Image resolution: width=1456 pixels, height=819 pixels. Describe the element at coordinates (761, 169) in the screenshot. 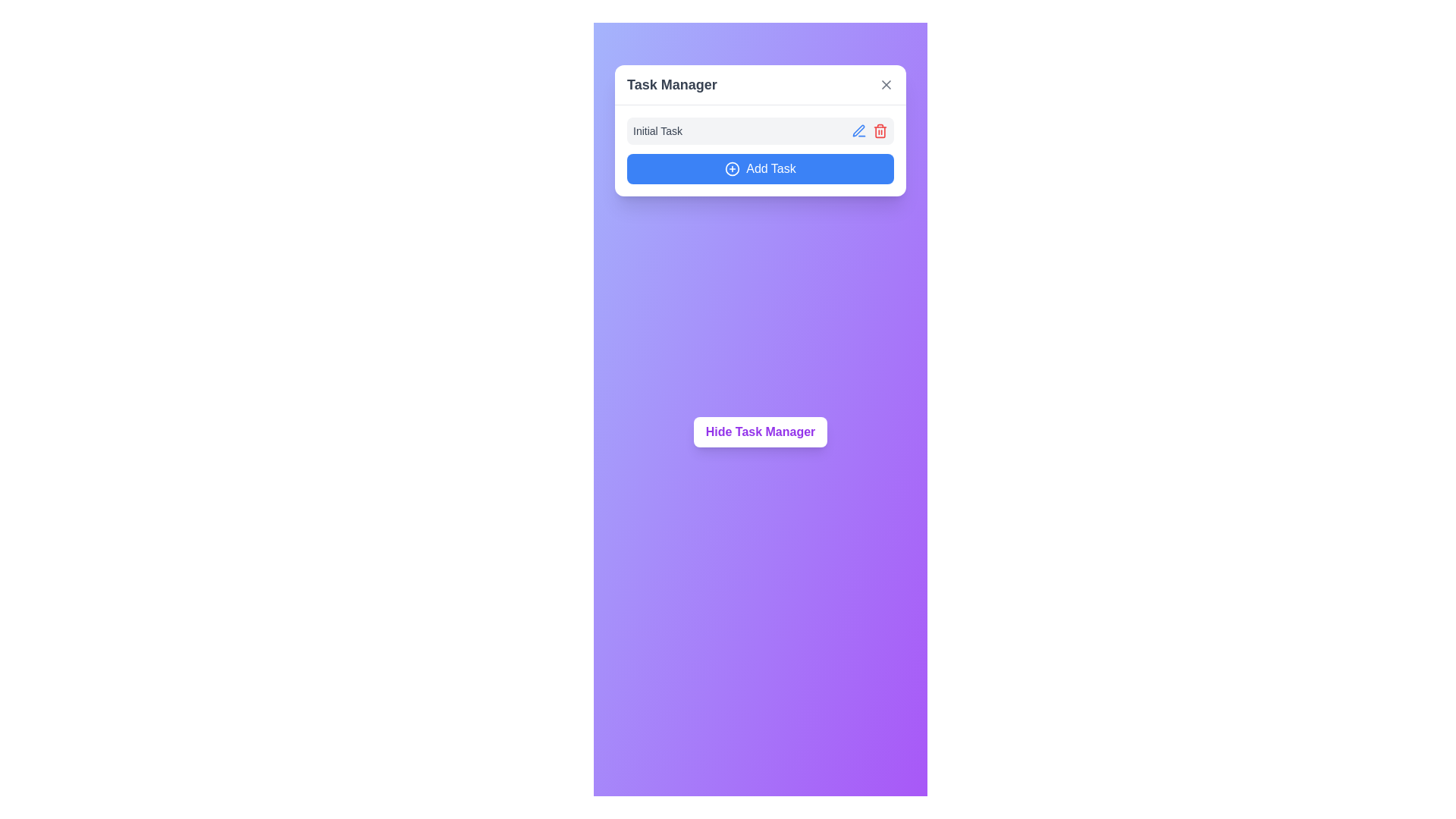

I see `the 'Add Task' button, which is a rectangular button with rounded corners, blue background, and white text` at that location.